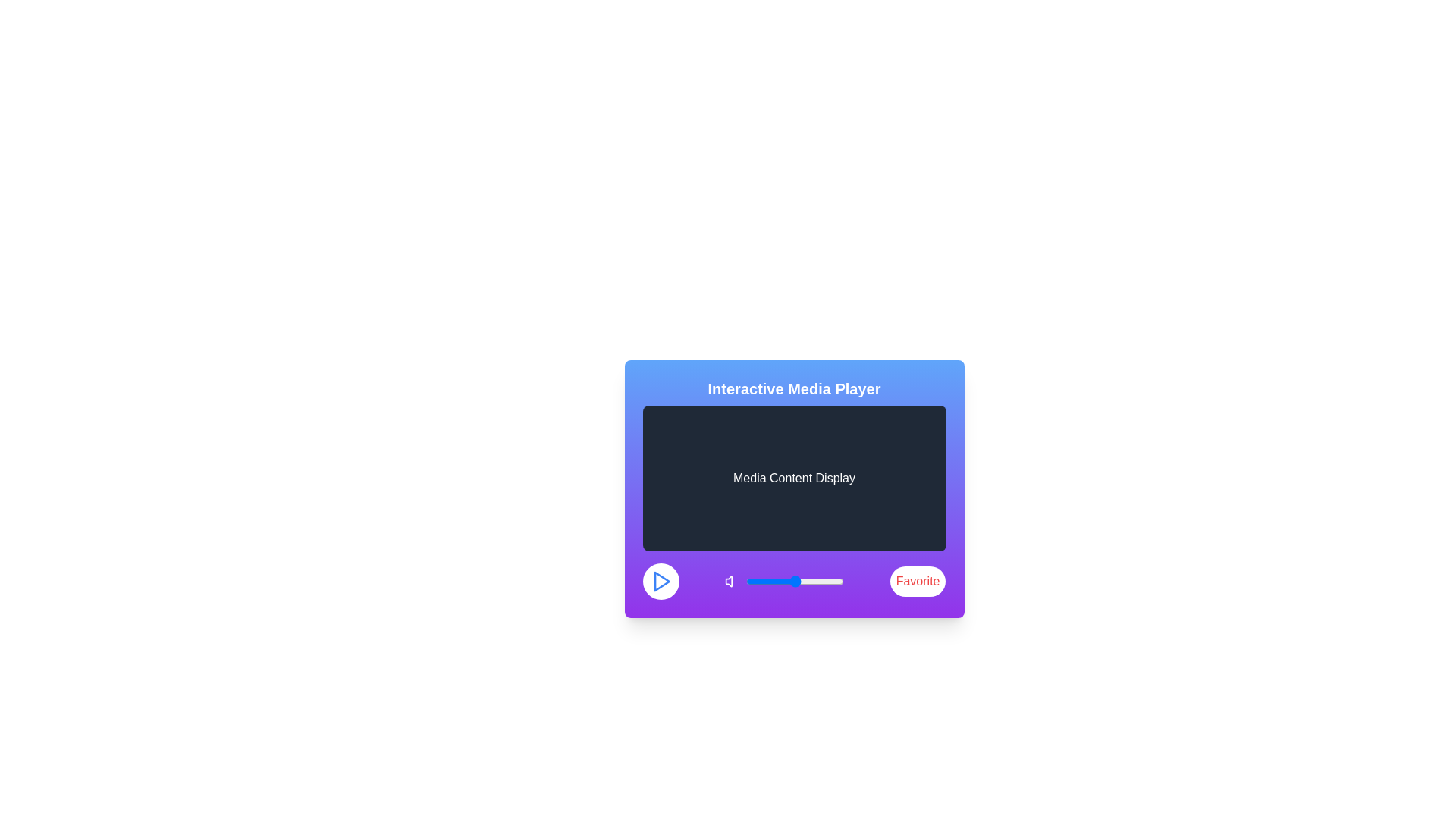 Image resolution: width=1456 pixels, height=819 pixels. I want to click on the slider, so click(800, 581).